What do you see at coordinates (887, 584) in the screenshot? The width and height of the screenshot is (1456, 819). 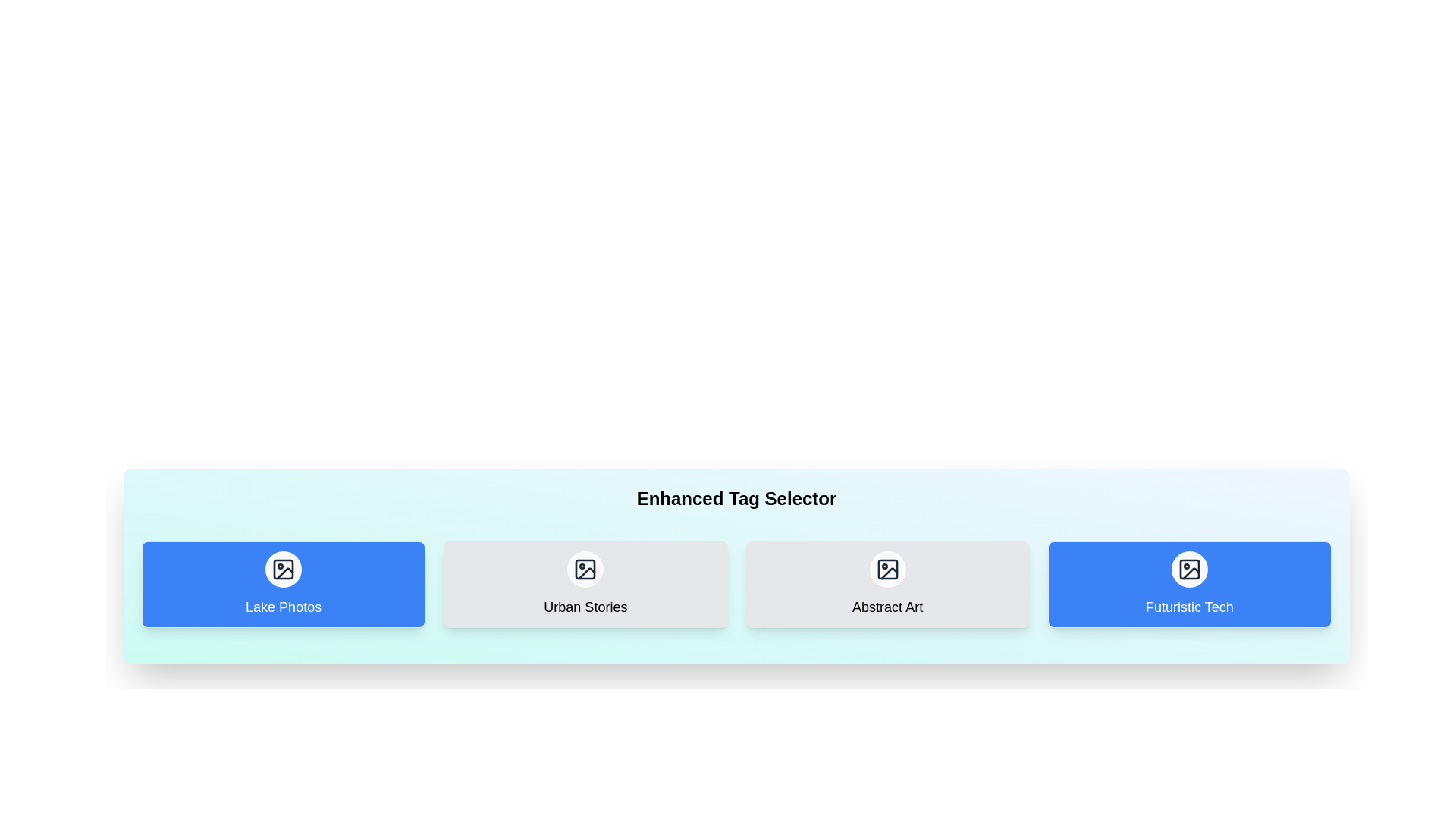 I see `the tag identified by Abstract Art` at bounding box center [887, 584].